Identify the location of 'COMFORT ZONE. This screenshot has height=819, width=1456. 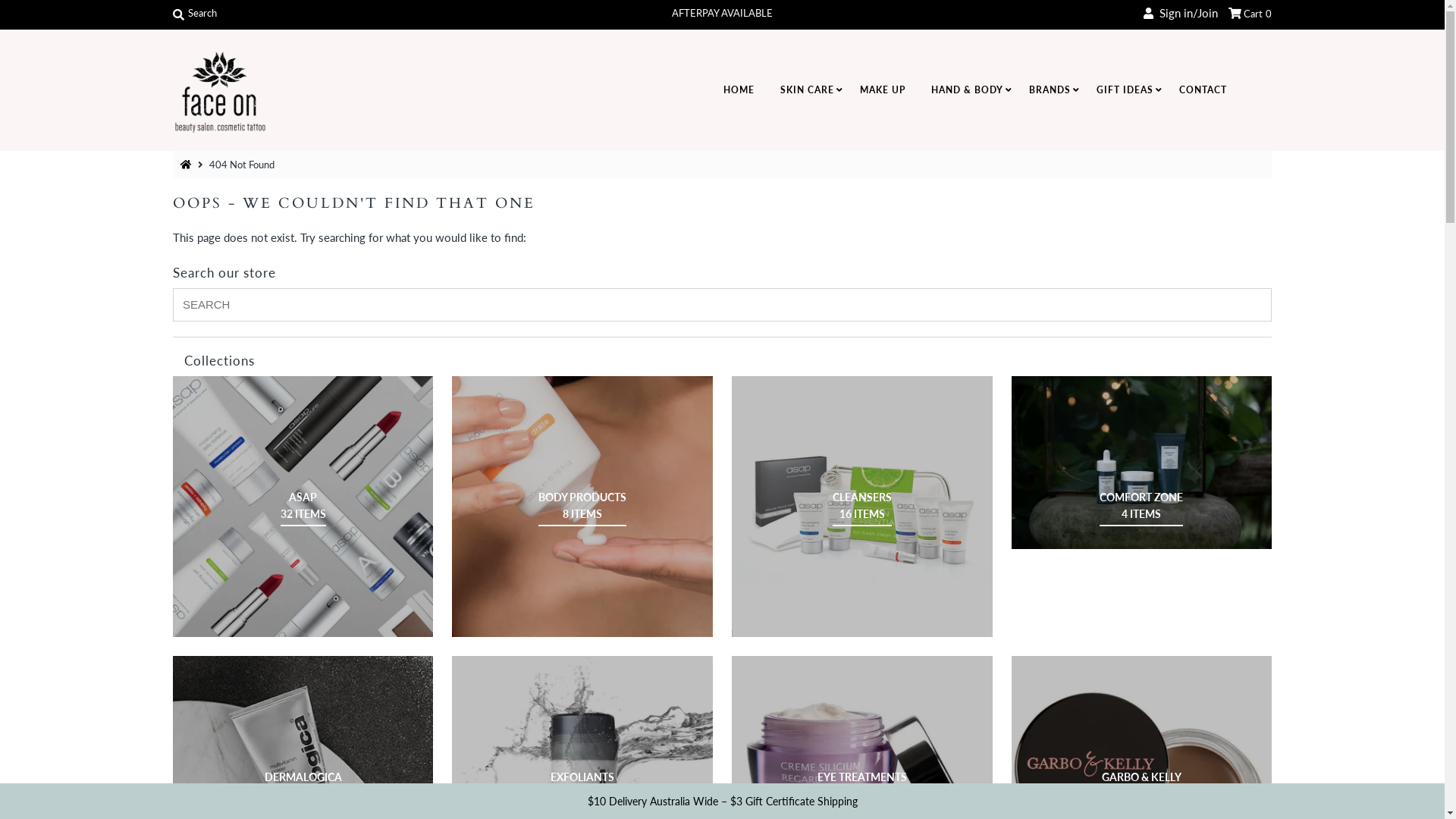
(1141, 506).